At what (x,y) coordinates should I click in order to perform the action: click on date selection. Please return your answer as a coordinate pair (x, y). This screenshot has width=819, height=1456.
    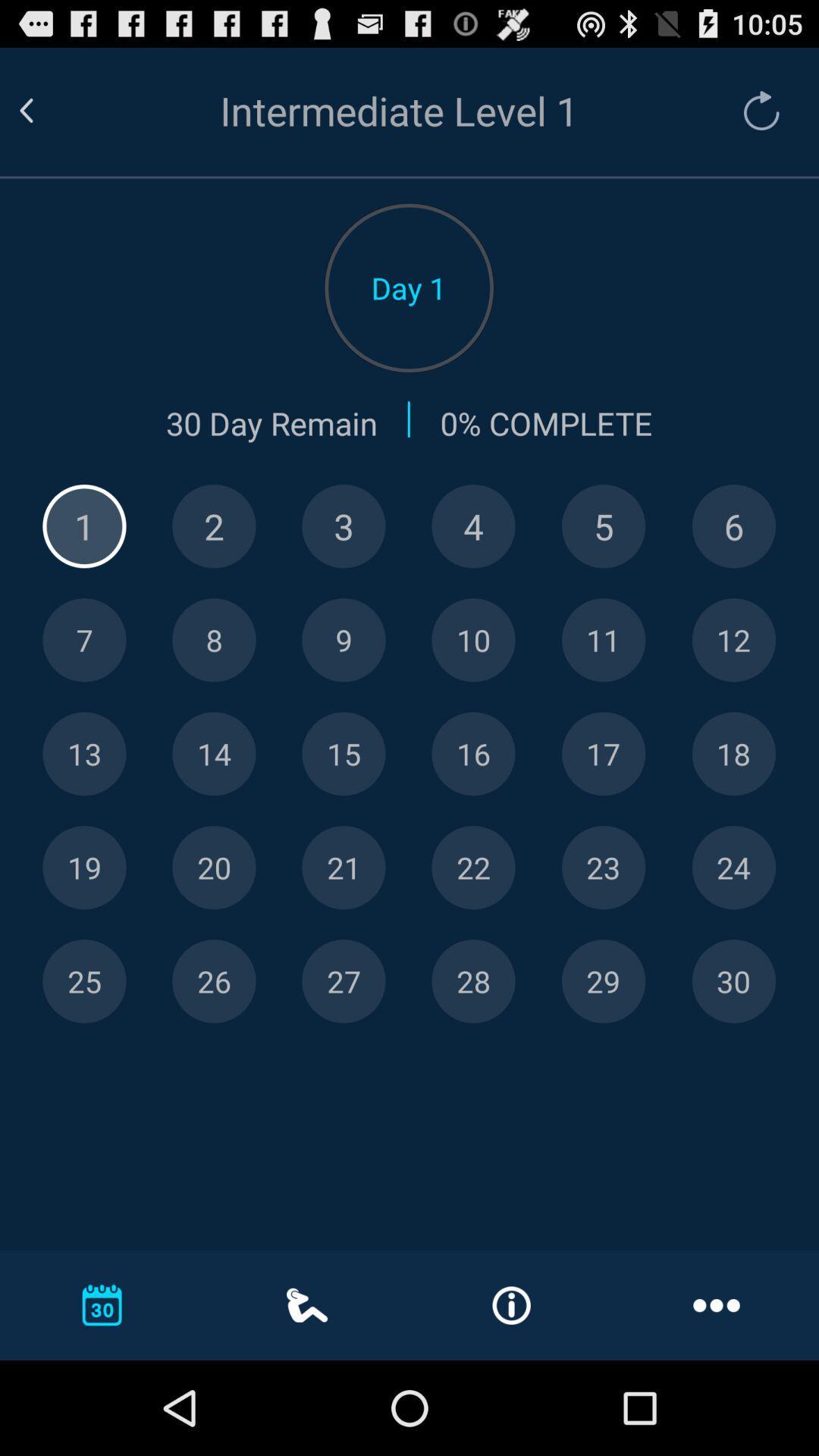
    Looking at the image, I should click on (472, 981).